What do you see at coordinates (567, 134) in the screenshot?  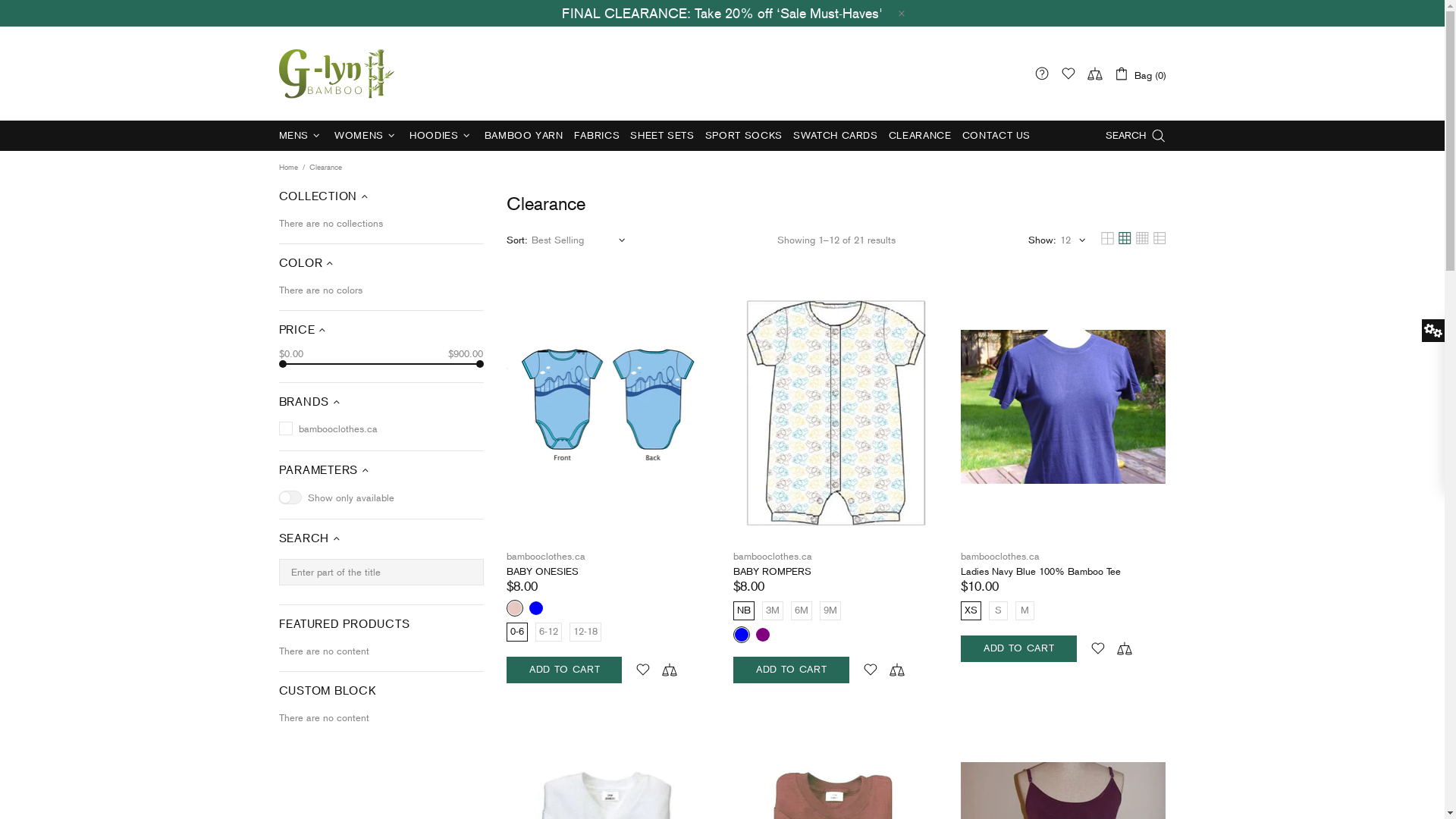 I see `'FABRICS'` at bounding box center [567, 134].